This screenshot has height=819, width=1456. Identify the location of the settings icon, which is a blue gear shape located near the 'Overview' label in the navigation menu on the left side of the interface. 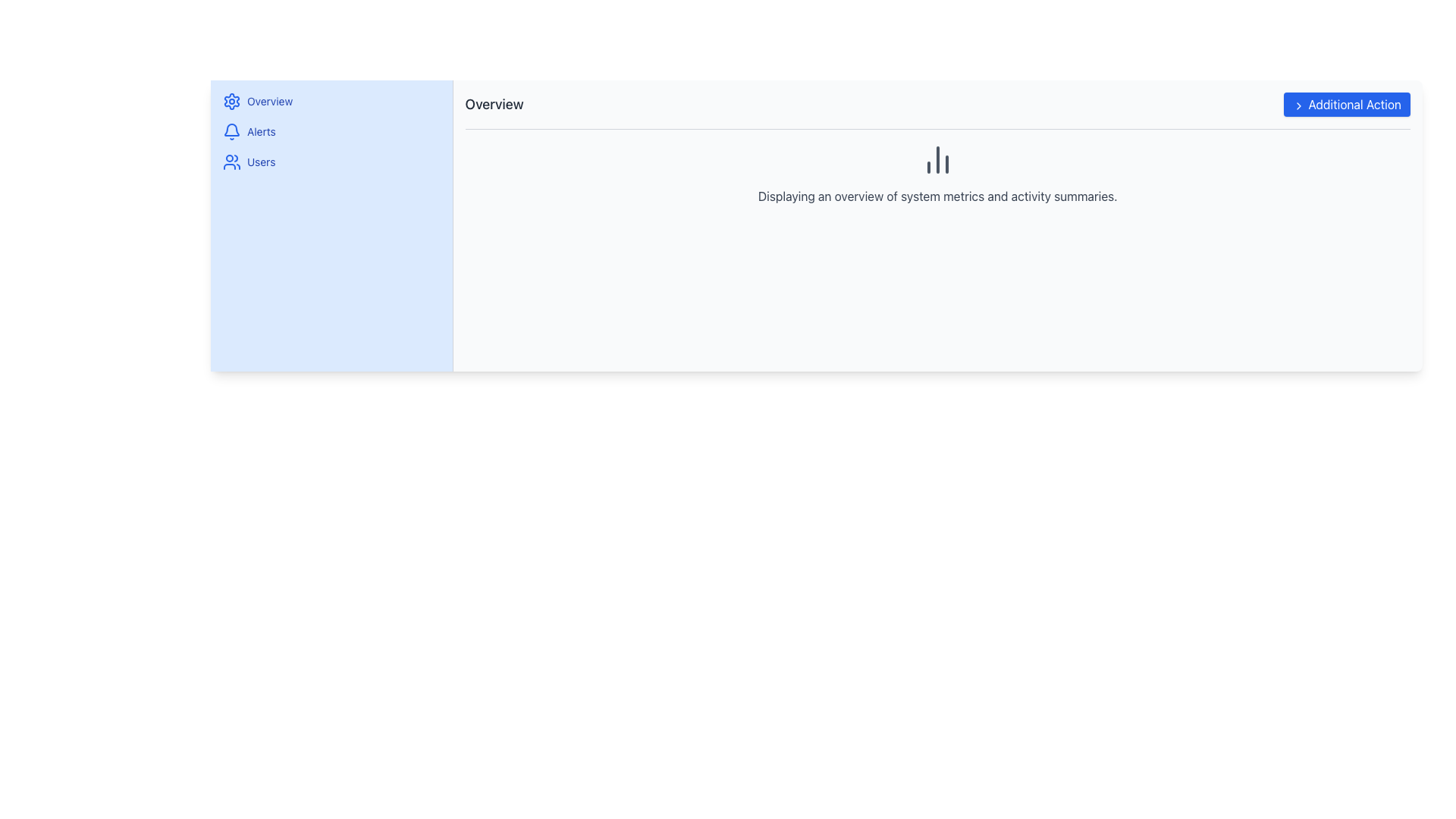
(231, 102).